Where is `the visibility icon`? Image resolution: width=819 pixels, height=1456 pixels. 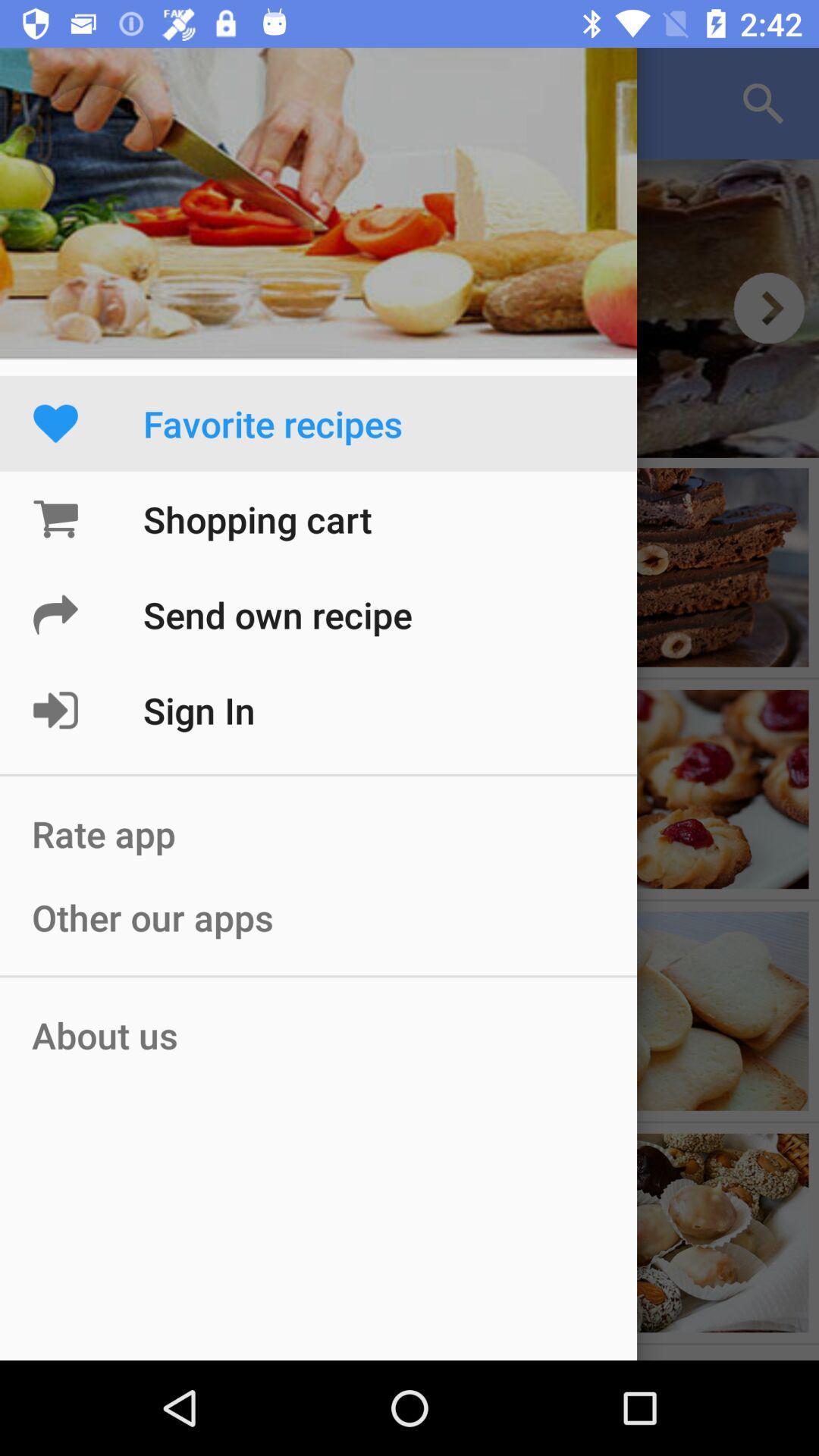
the visibility icon is located at coordinates (769, 307).